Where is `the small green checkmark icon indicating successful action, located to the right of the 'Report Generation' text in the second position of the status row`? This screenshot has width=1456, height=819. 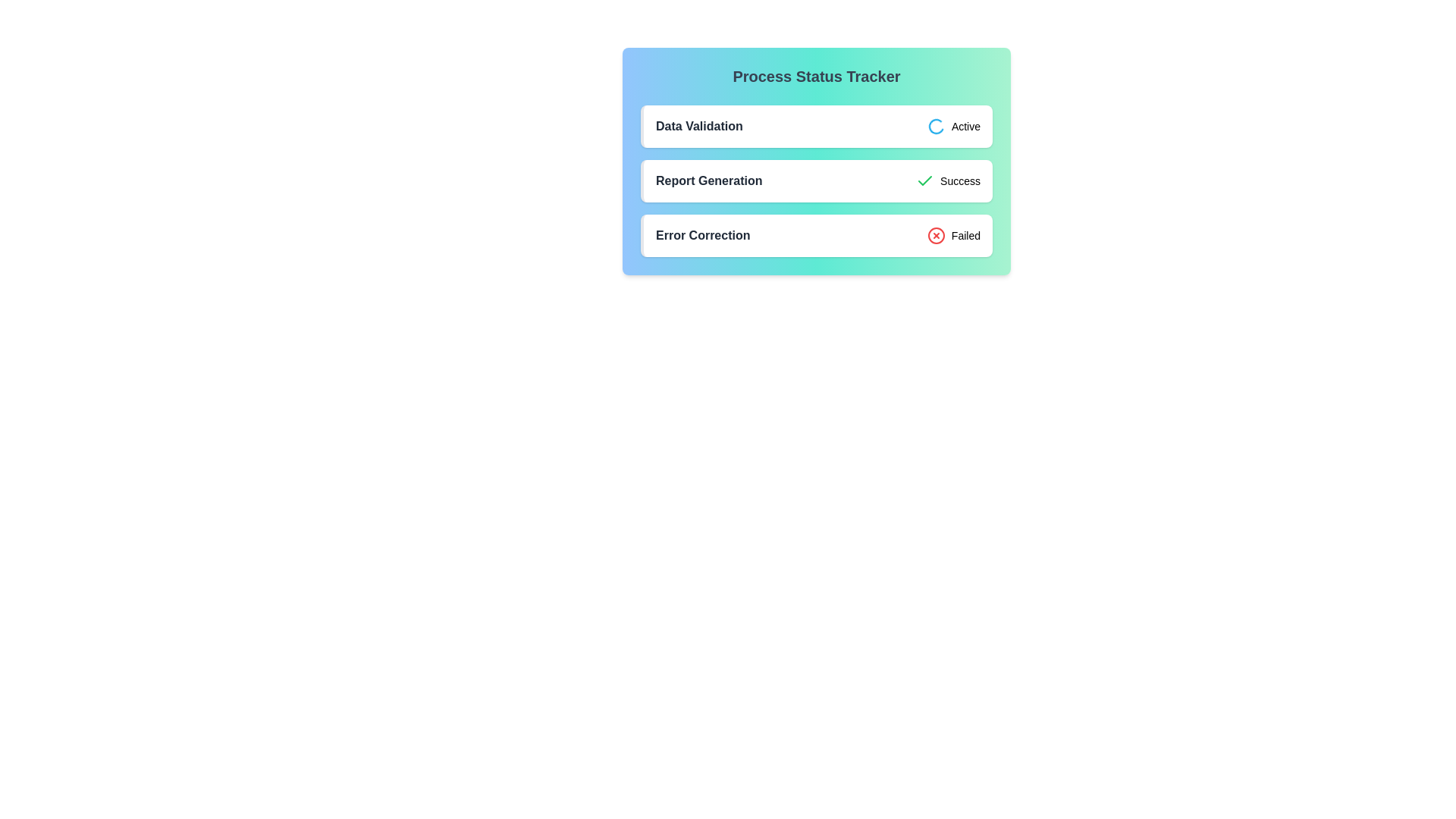 the small green checkmark icon indicating successful action, located to the right of the 'Report Generation' text in the second position of the status row is located at coordinates (924, 180).